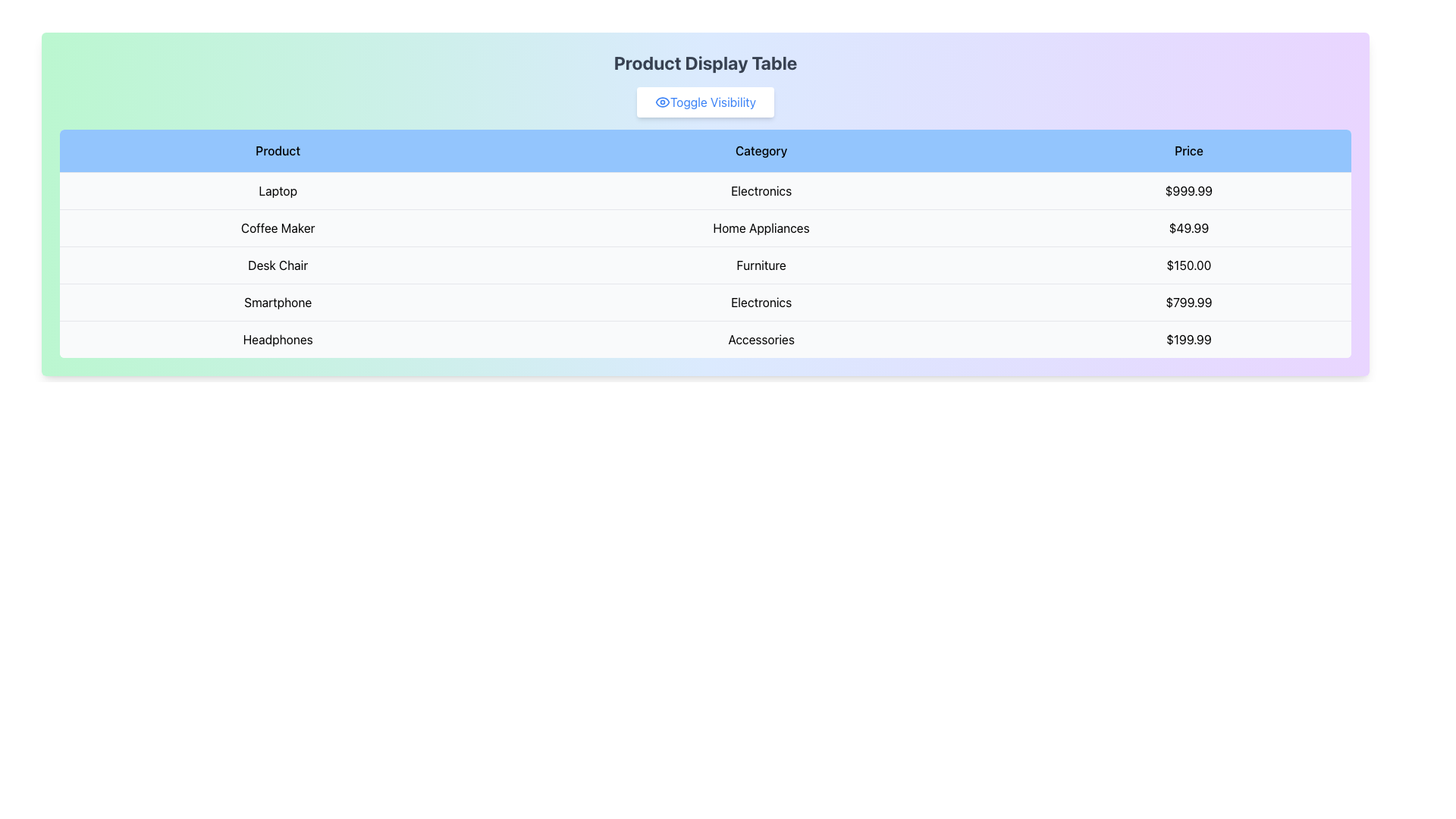 The width and height of the screenshot is (1456, 819). Describe the element at coordinates (278, 151) in the screenshot. I see `the 'Product' column header in the data table` at that location.